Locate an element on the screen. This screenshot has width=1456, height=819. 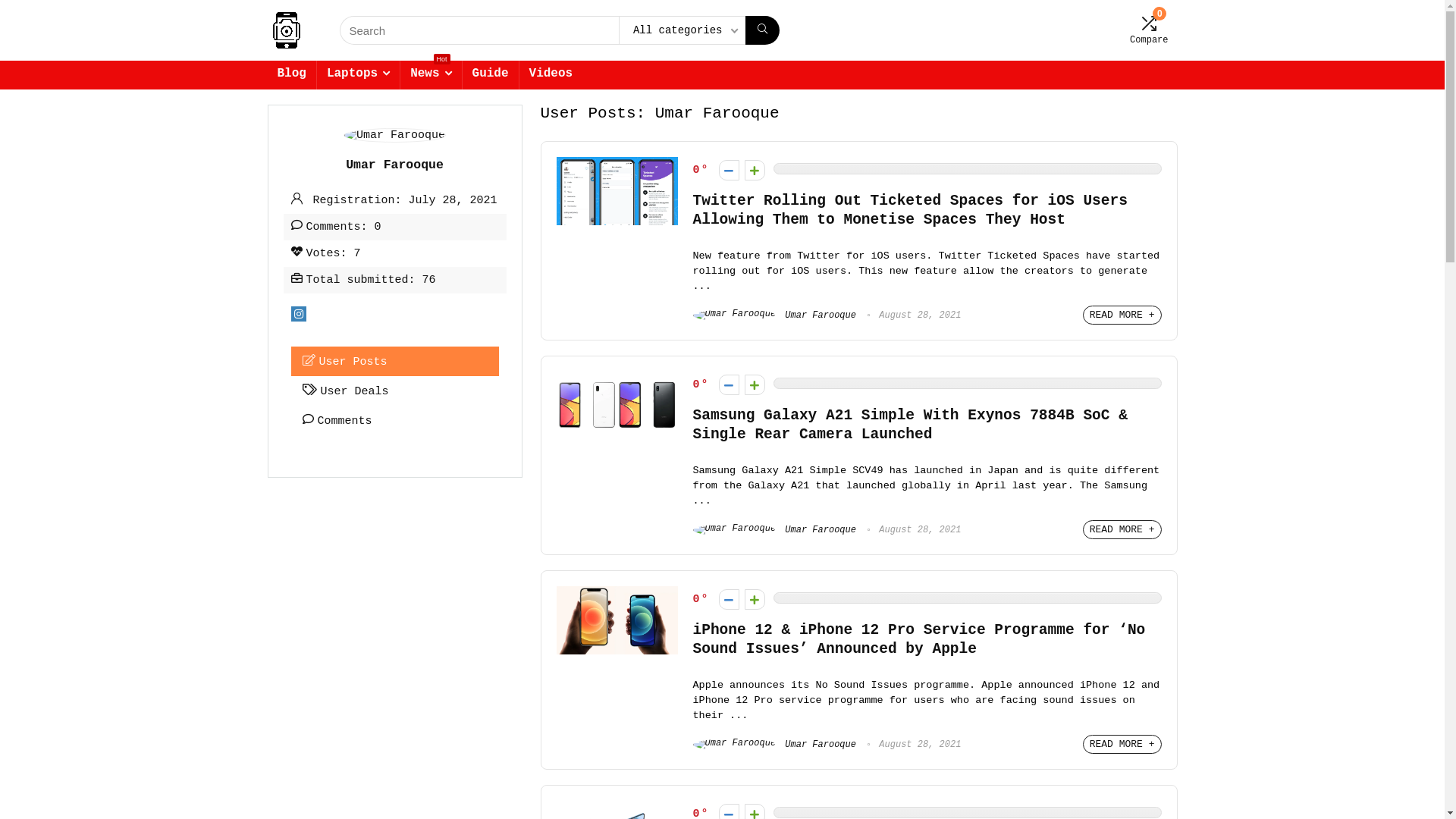
'Vote down' is located at coordinates (729, 384).